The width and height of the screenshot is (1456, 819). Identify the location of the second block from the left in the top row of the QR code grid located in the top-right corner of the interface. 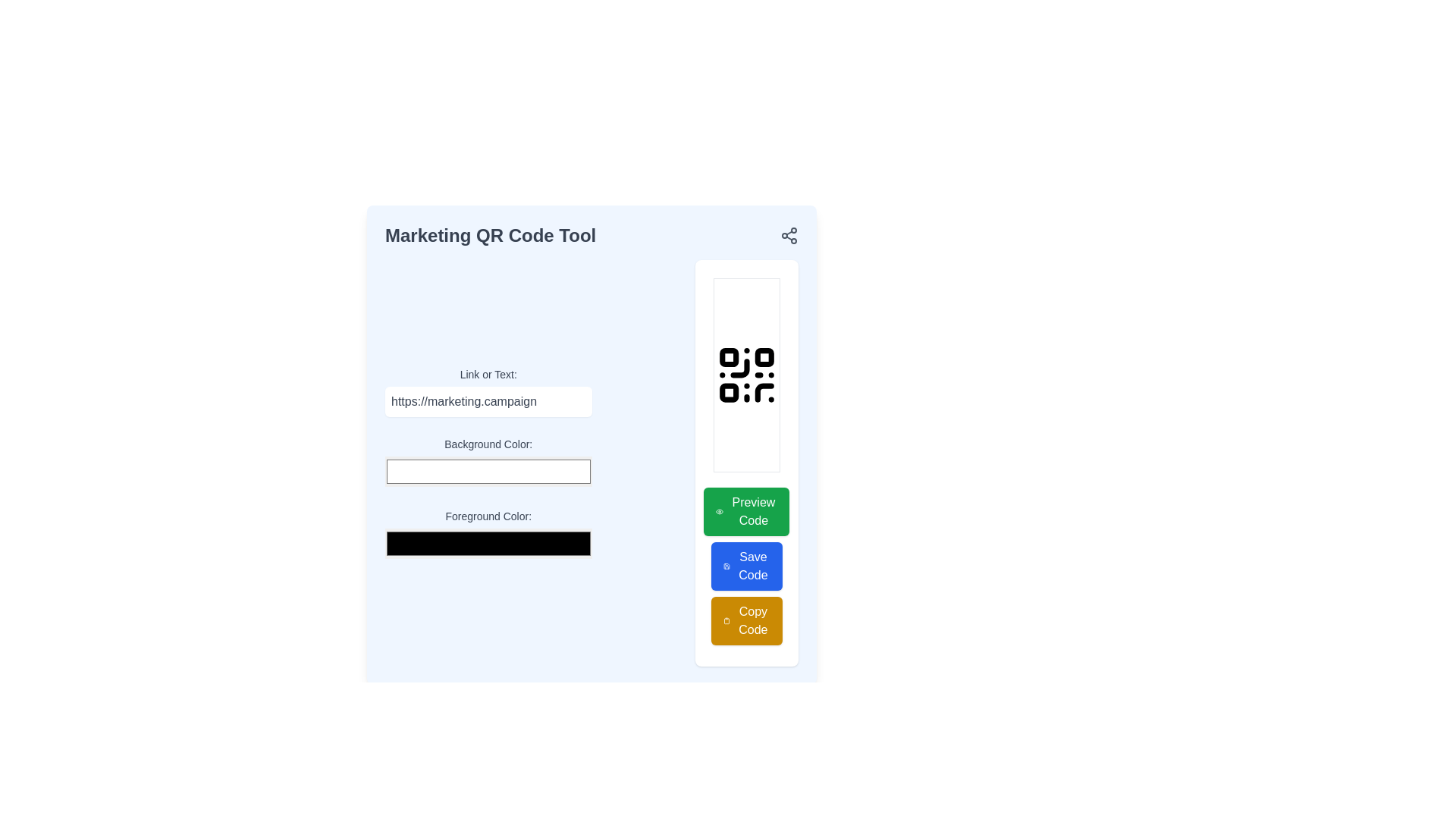
(764, 357).